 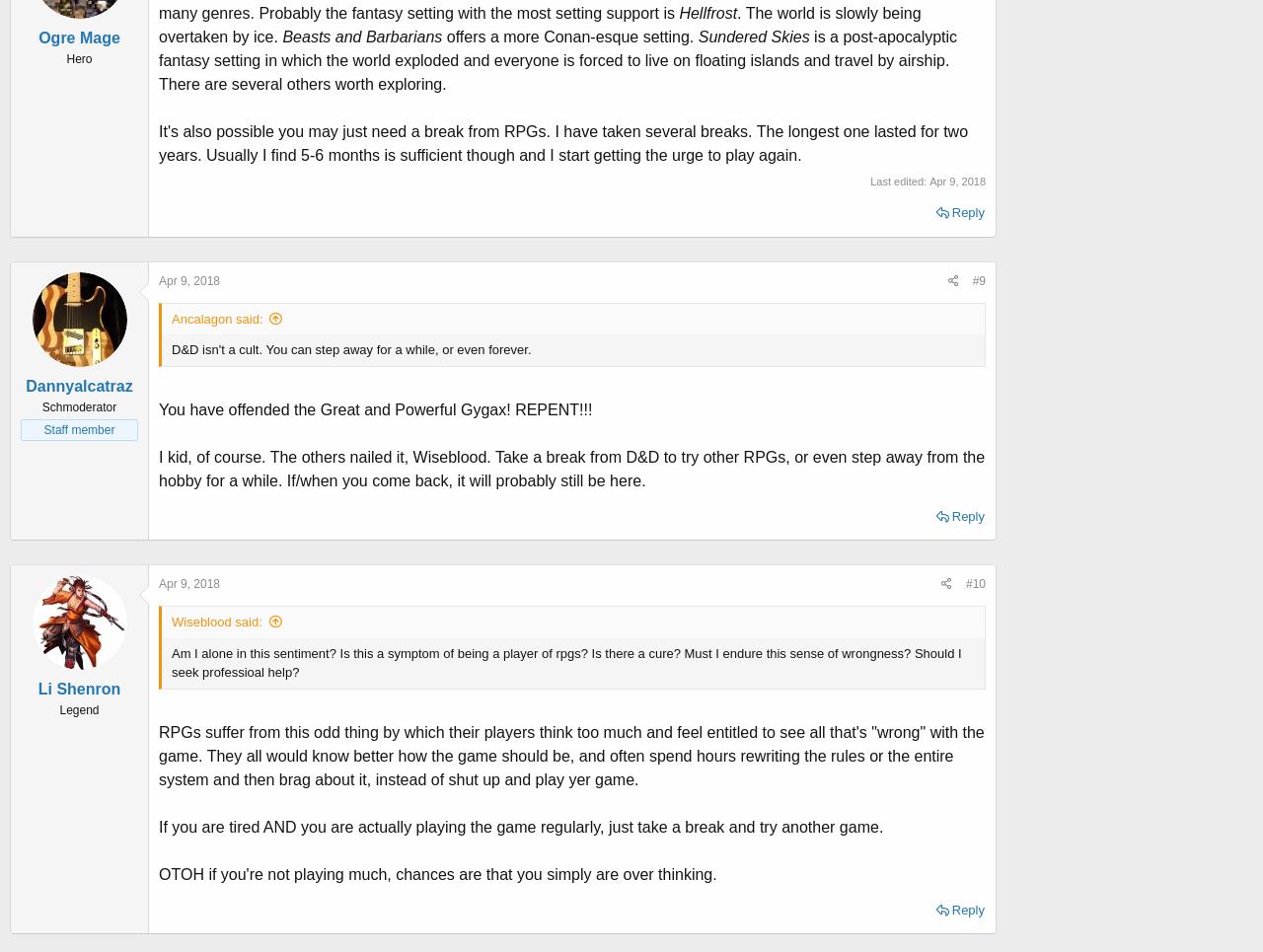 I want to click on 'Dannyalcatraz', so click(x=79, y=384).